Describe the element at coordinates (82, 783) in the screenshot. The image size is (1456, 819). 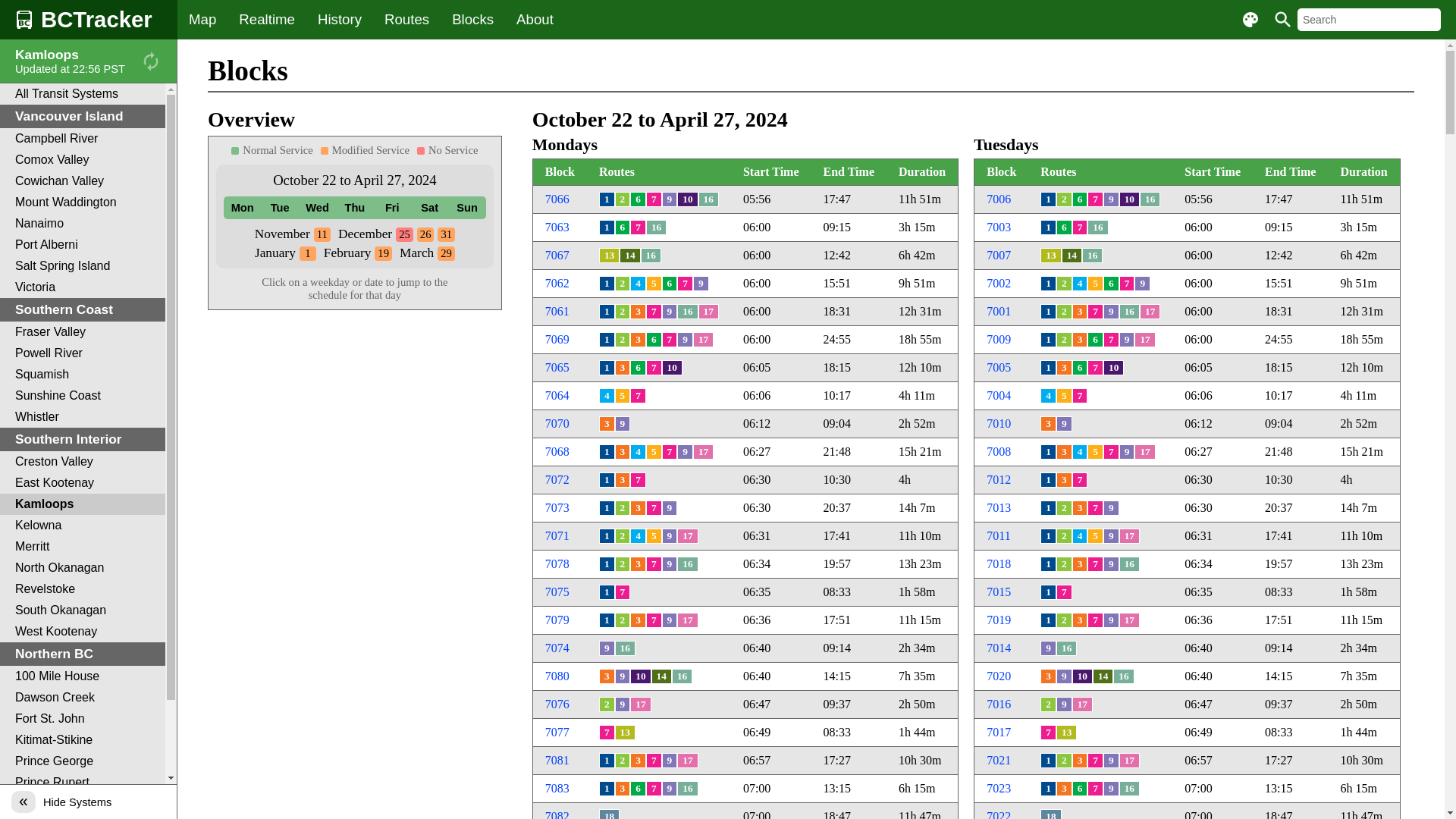
I see `'Prince Rupert'` at that location.